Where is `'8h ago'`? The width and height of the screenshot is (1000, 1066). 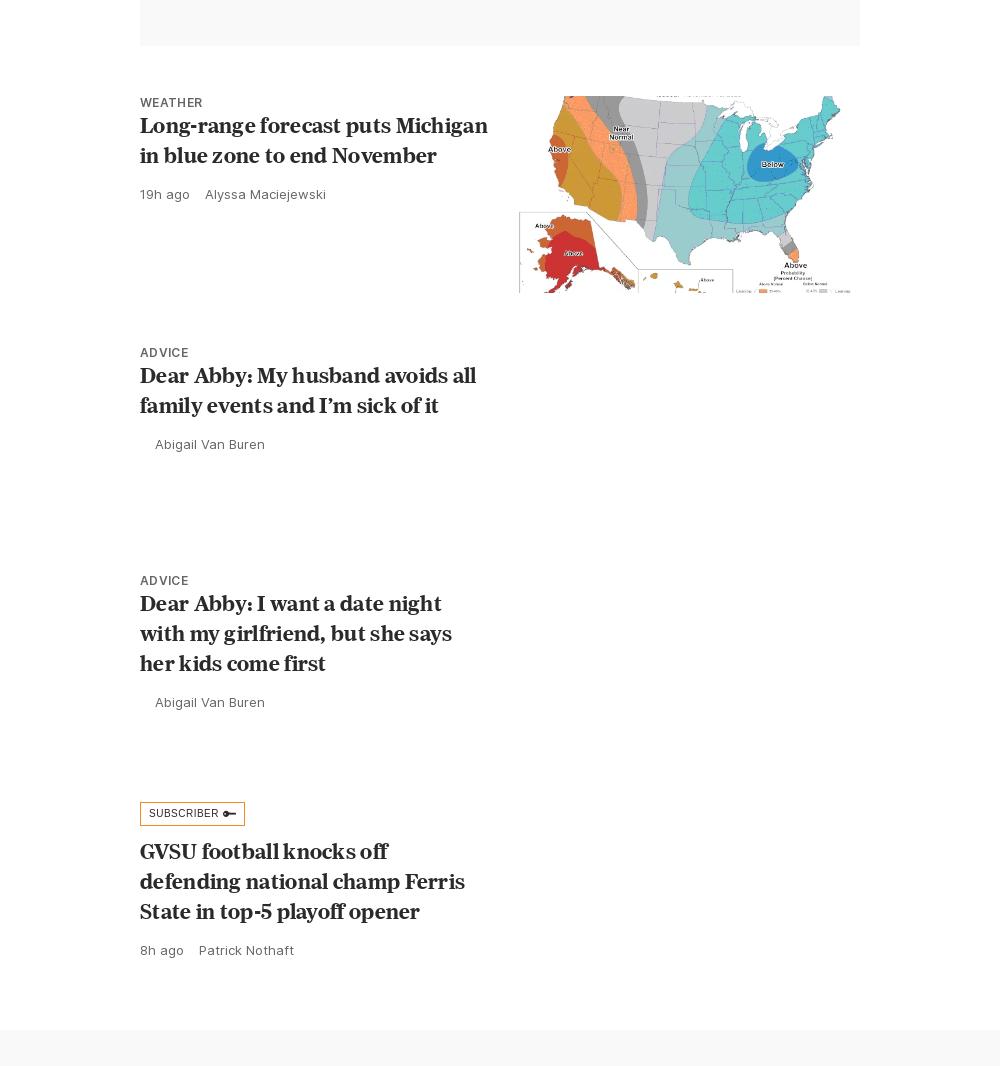 '8h ago' is located at coordinates (140, 948).